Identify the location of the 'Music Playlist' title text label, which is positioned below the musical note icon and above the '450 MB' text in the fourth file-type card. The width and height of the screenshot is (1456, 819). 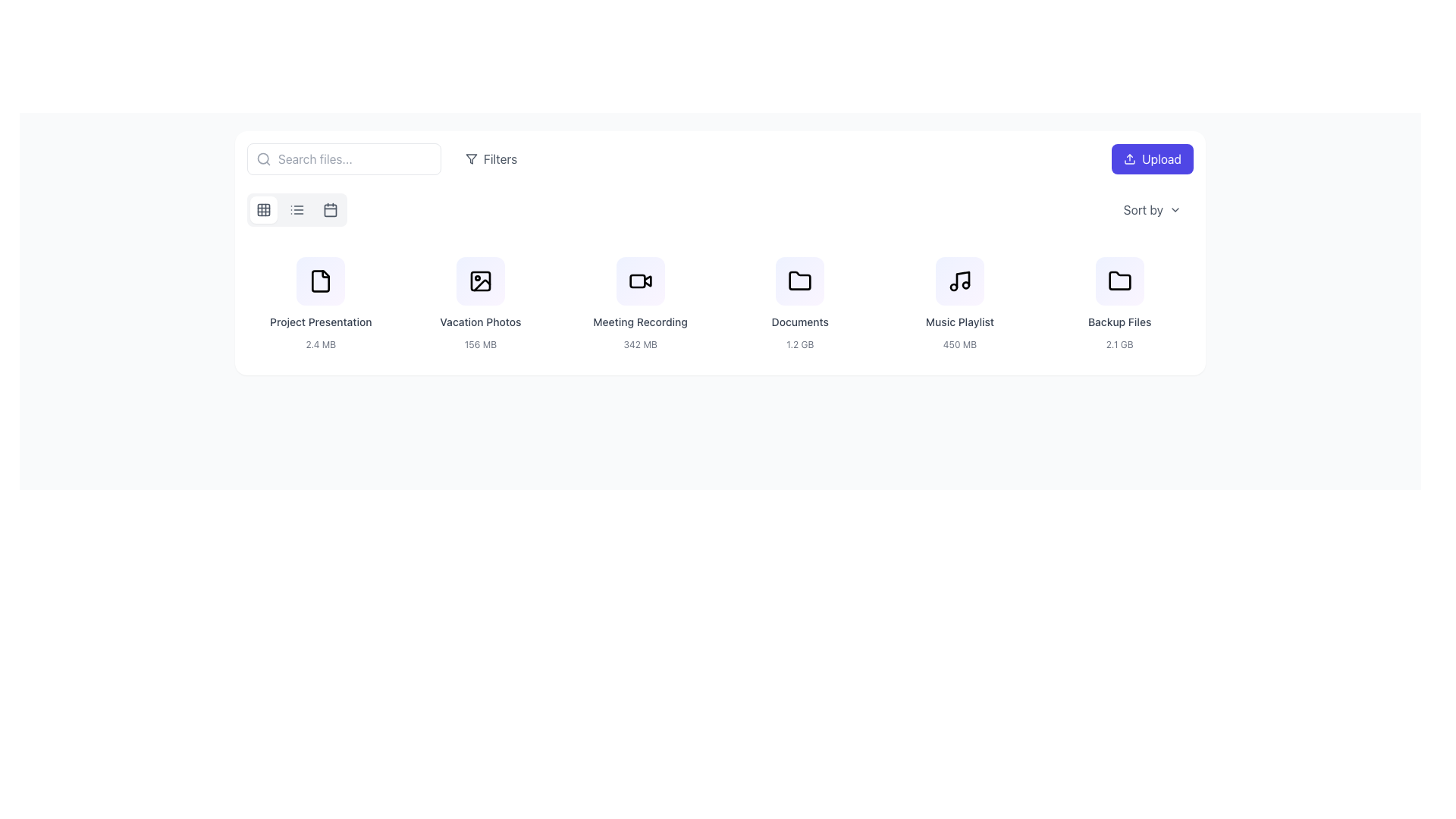
(959, 321).